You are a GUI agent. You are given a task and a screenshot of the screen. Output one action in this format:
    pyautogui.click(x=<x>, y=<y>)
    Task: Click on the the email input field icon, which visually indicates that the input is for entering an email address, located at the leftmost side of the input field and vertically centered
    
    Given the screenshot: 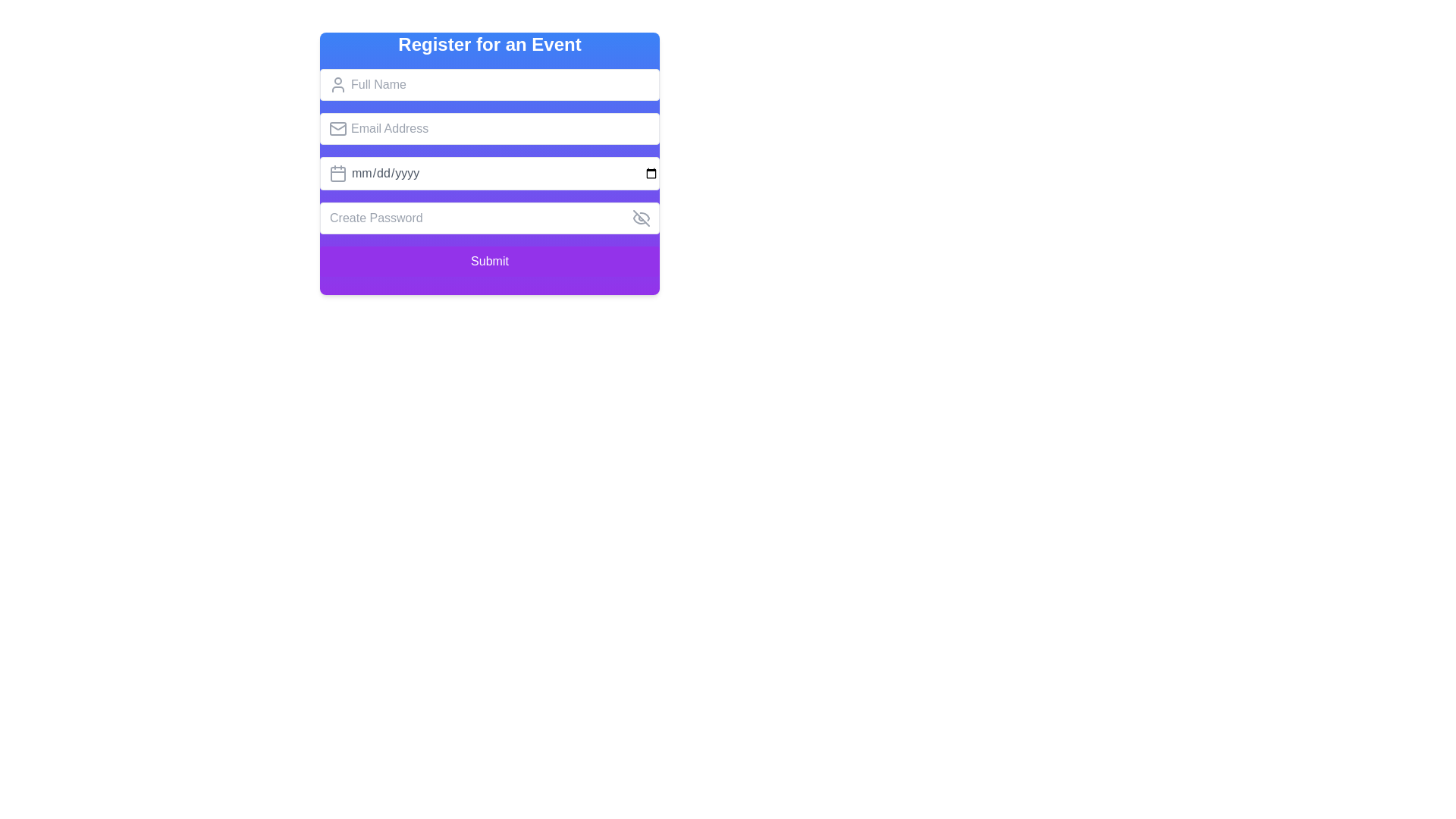 What is the action you would take?
    pyautogui.click(x=337, y=127)
    